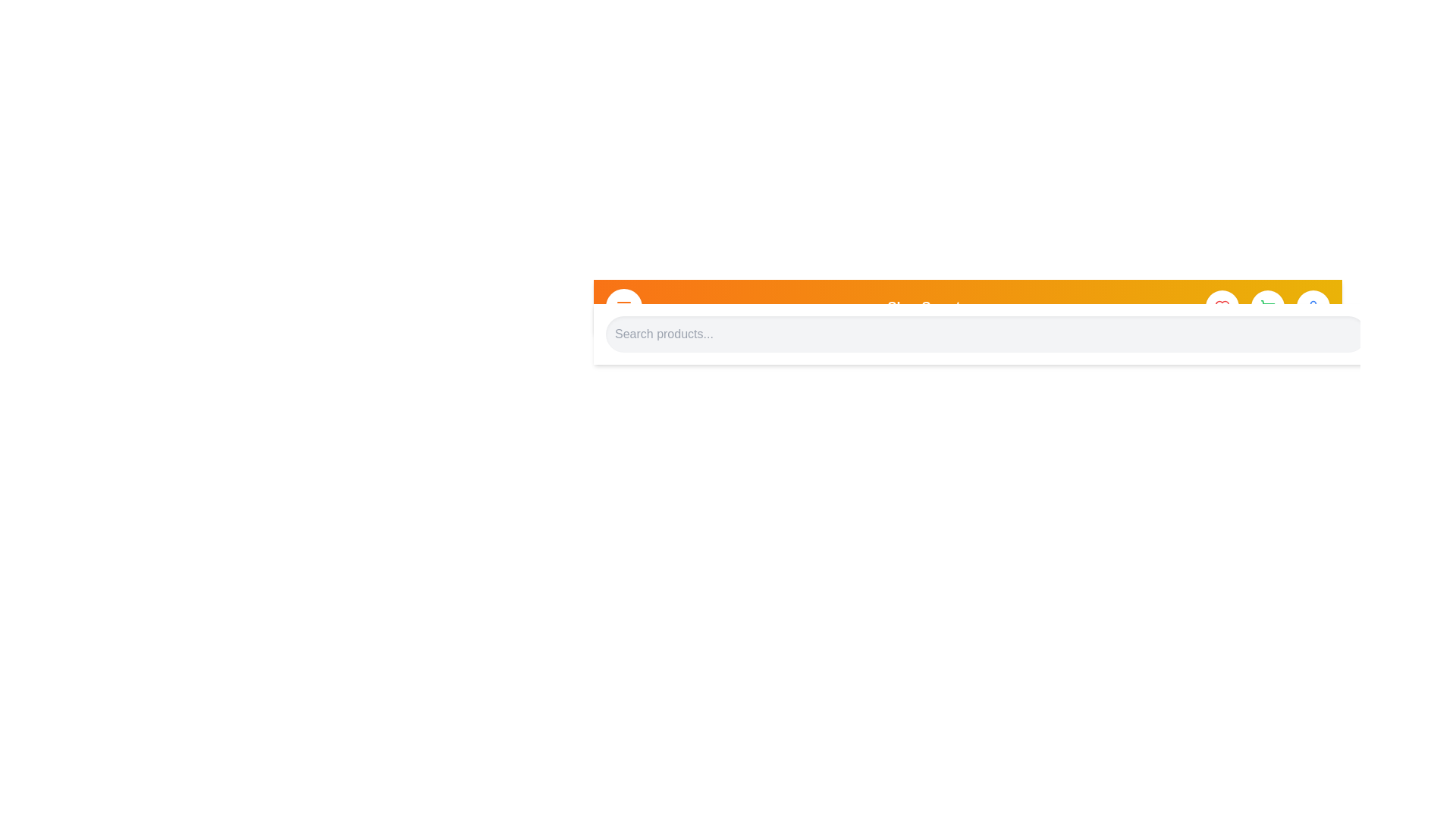 The height and width of the screenshot is (819, 1456). Describe the element at coordinates (1267, 307) in the screenshot. I see `shopping cart icon` at that location.